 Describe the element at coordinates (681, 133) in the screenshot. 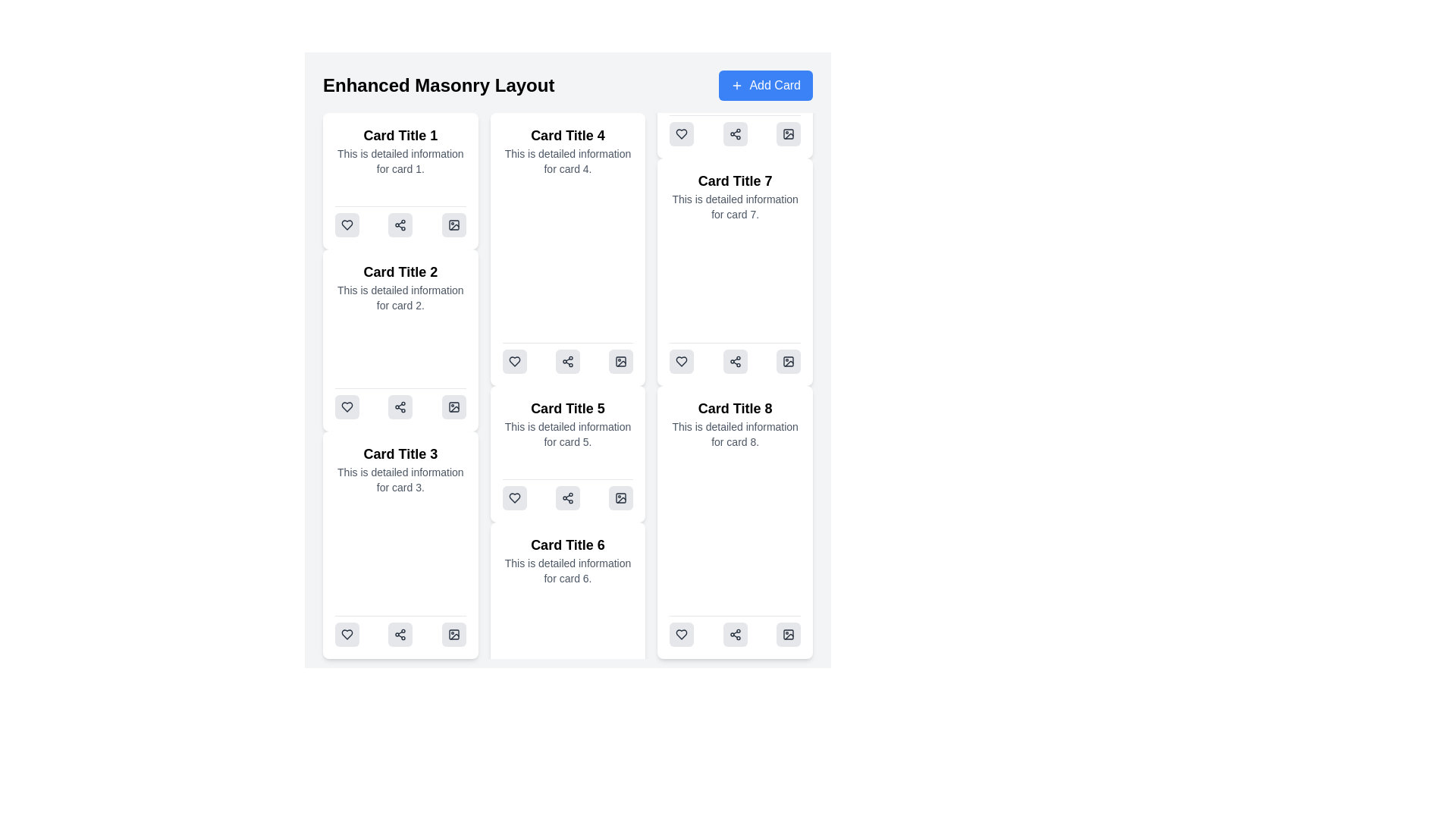

I see `the heart-shaped icon in the action bar beneath 'Card Title 7' in the 'Enhanced Masonry Layout', which represents a 'like' or 'favorite' functionality` at that location.